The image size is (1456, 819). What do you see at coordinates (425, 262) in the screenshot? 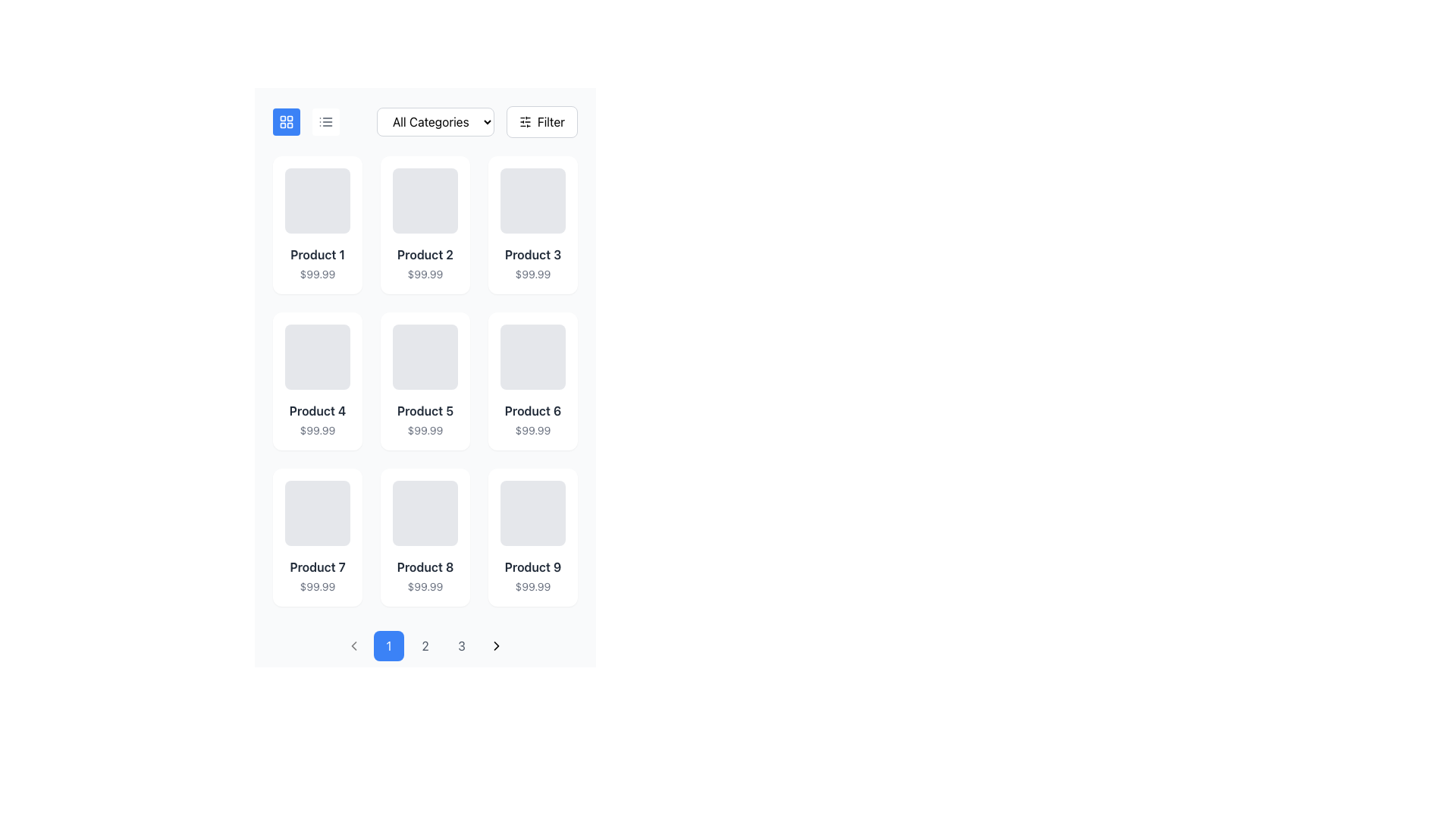
I see `the text display that shows the product name and price, located in the second column and first row of the grid layout` at bounding box center [425, 262].